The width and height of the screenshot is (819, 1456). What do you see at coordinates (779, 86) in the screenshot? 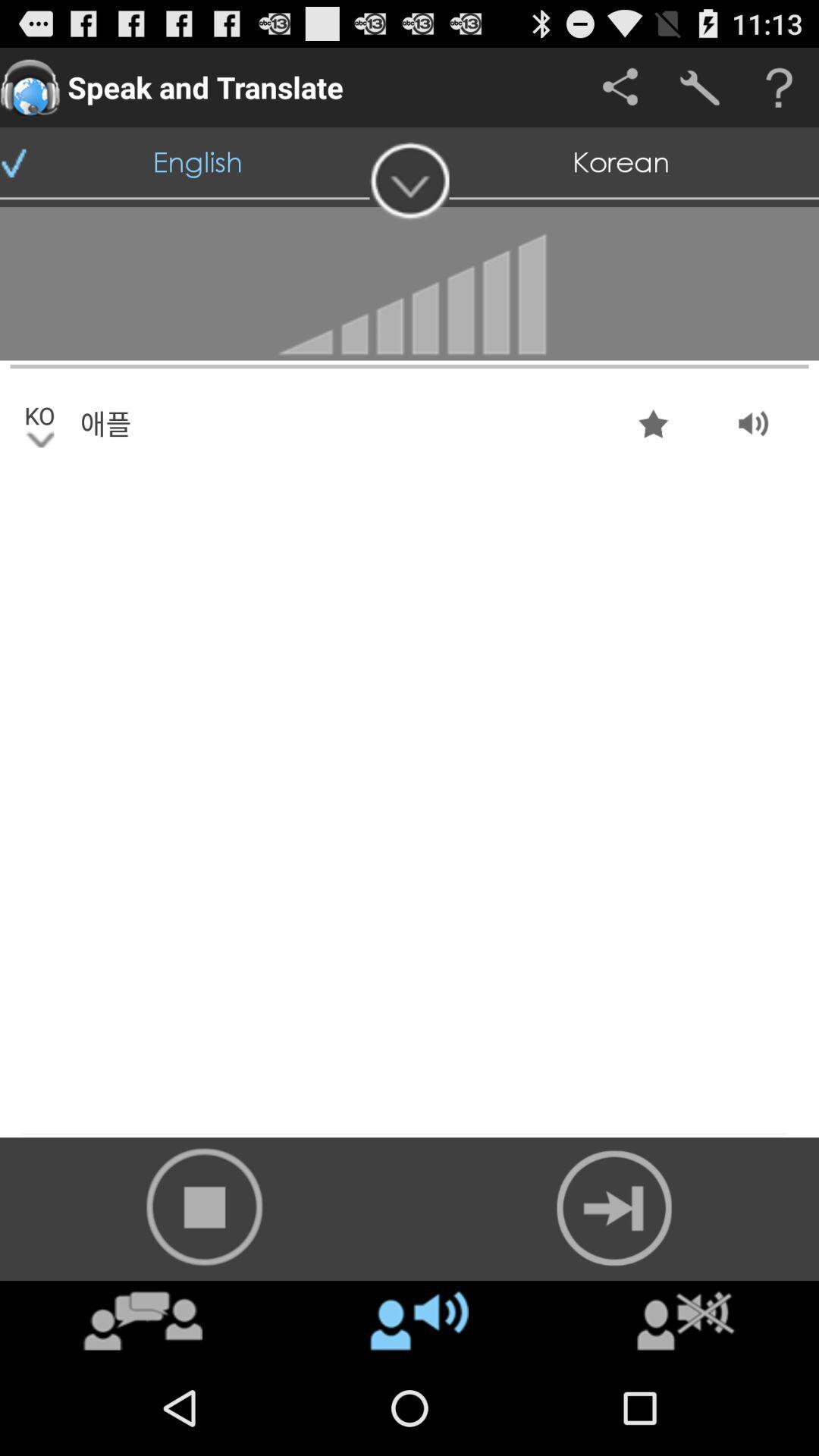
I see `help option` at bounding box center [779, 86].